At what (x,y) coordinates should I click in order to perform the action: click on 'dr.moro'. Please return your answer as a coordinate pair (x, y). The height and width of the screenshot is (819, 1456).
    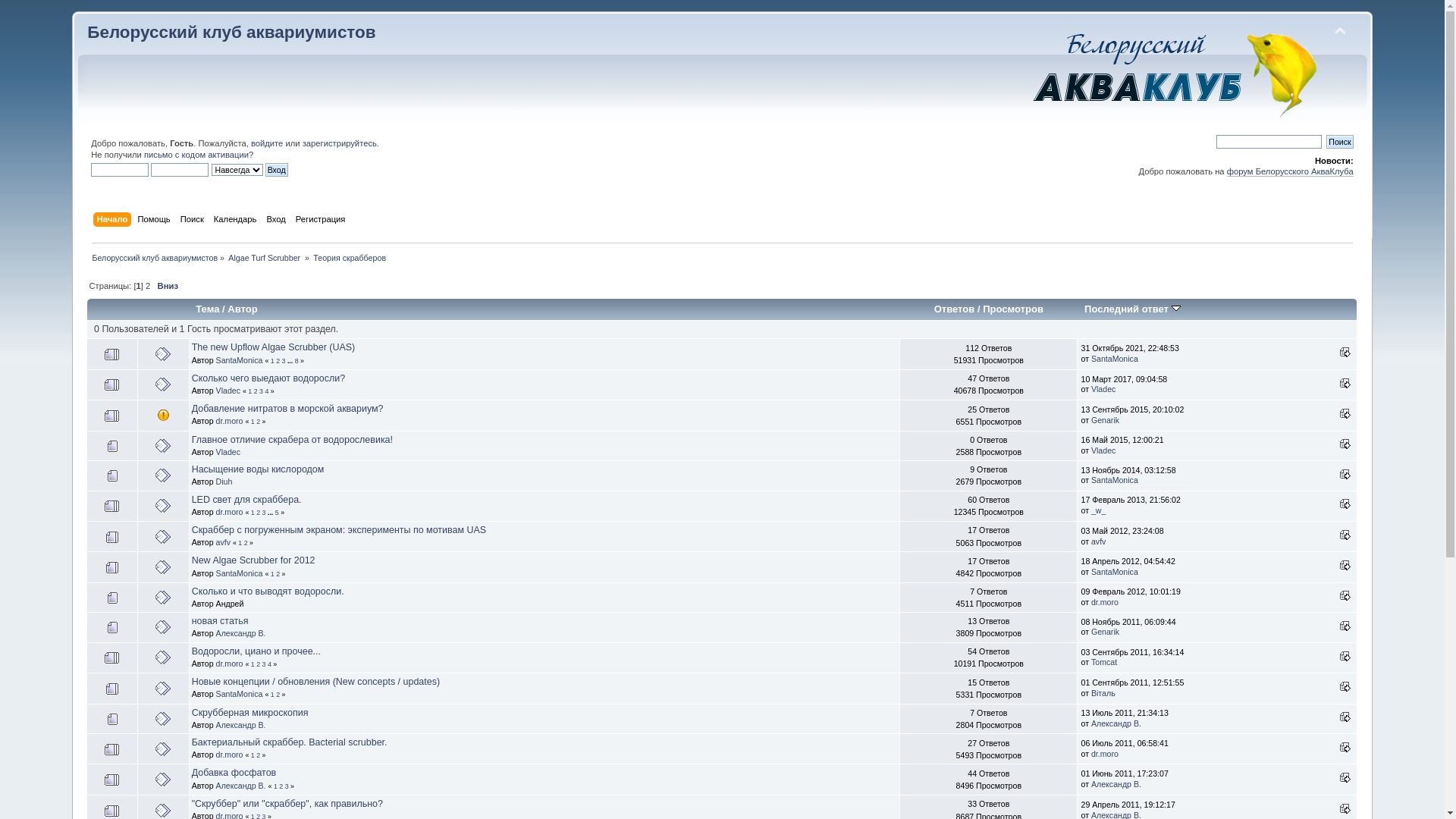
    Looking at the image, I should click on (1090, 754).